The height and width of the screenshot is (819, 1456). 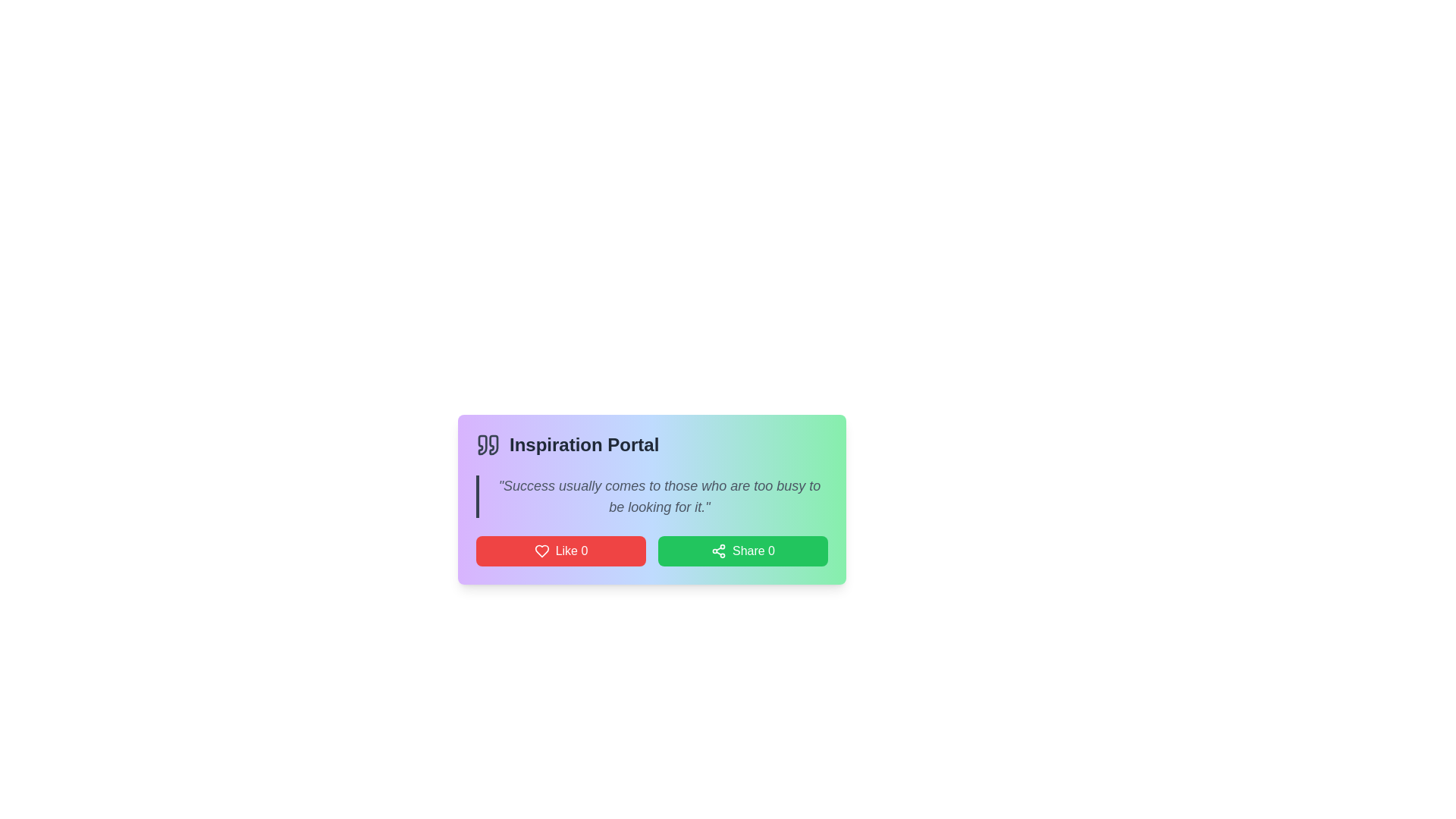 I want to click on the compact, double-quote icon located in the top-left corner of the 'Inspiration Portal' card, which is styled in a modern design and positioned left of the text 'Inspiration Portal', so click(x=488, y=444).